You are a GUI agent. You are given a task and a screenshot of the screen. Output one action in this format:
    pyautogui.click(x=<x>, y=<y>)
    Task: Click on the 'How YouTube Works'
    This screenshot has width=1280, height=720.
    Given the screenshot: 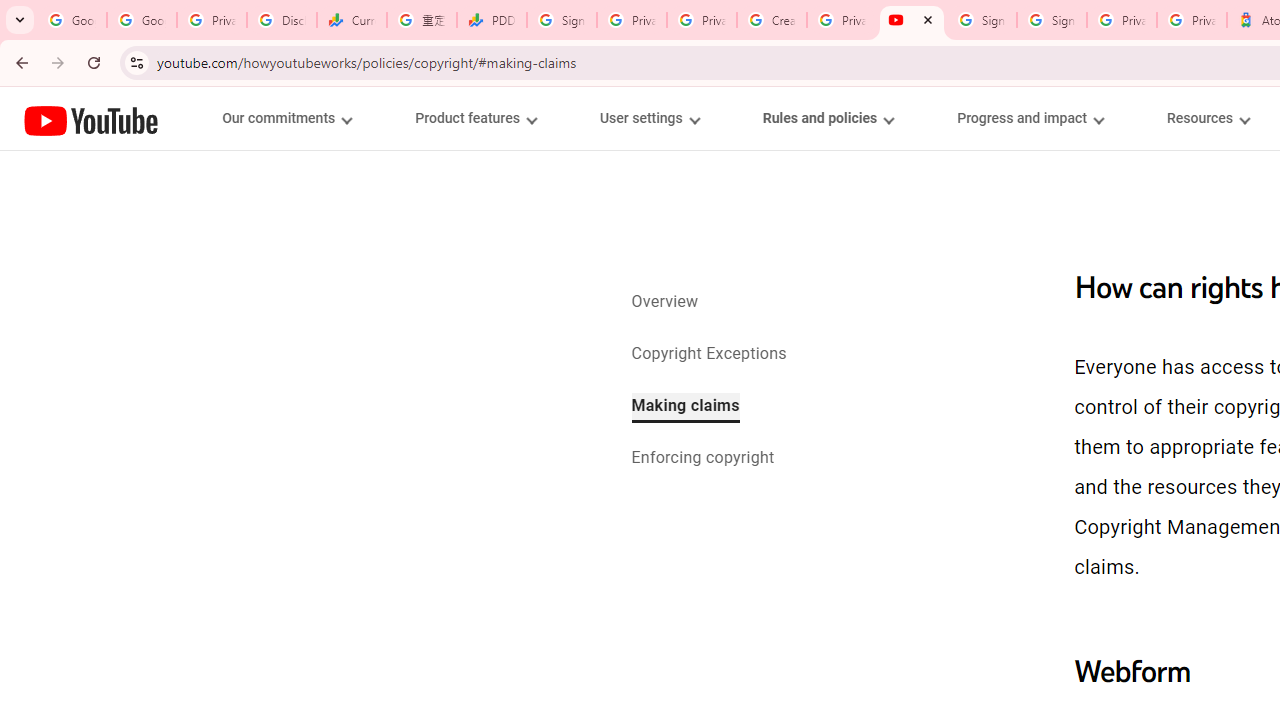 What is the action you would take?
    pyautogui.click(x=90, y=118)
    